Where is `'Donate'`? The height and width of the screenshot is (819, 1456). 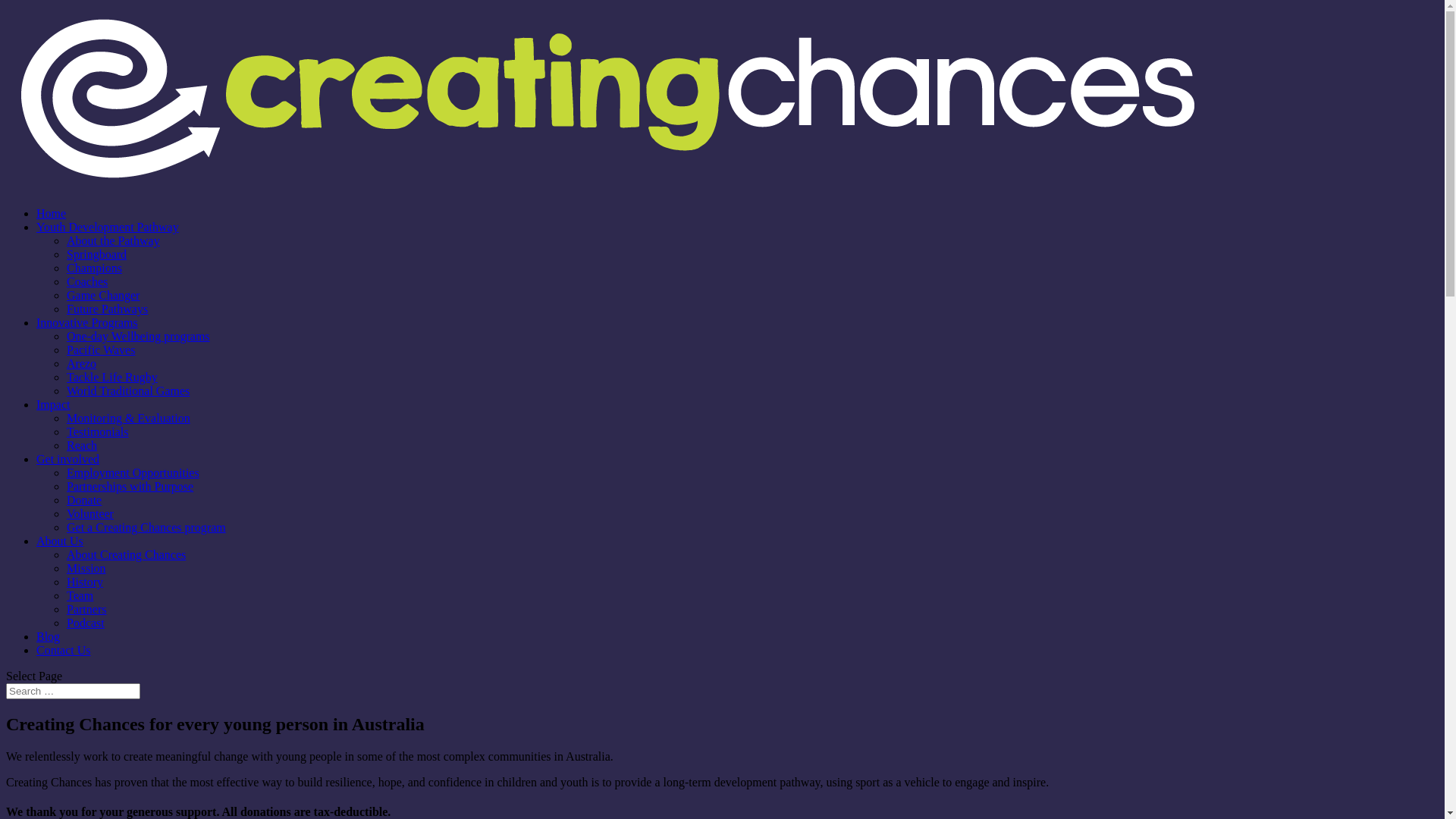 'Donate' is located at coordinates (83, 500).